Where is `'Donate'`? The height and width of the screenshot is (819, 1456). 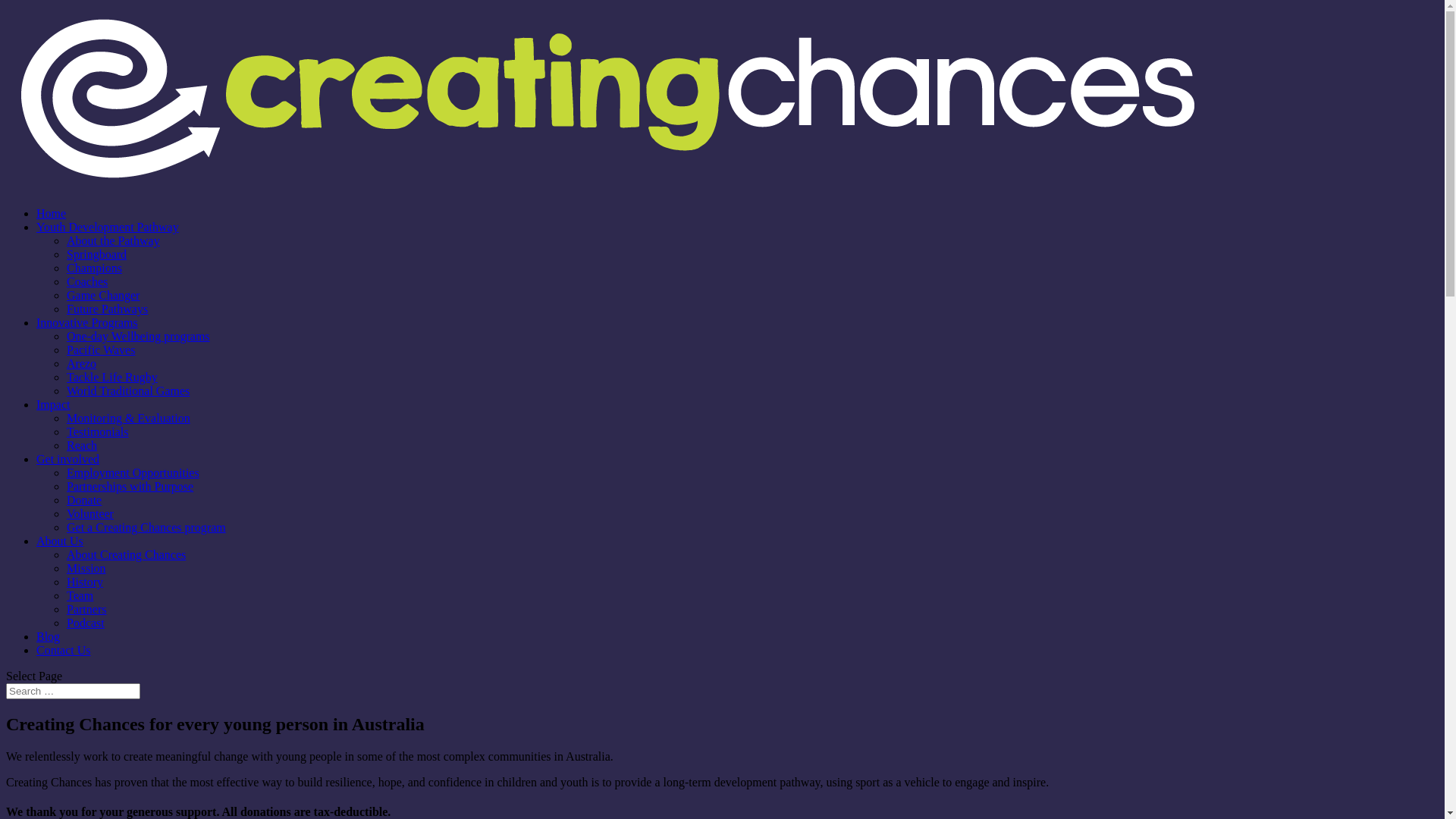 'Donate' is located at coordinates (83, 500).